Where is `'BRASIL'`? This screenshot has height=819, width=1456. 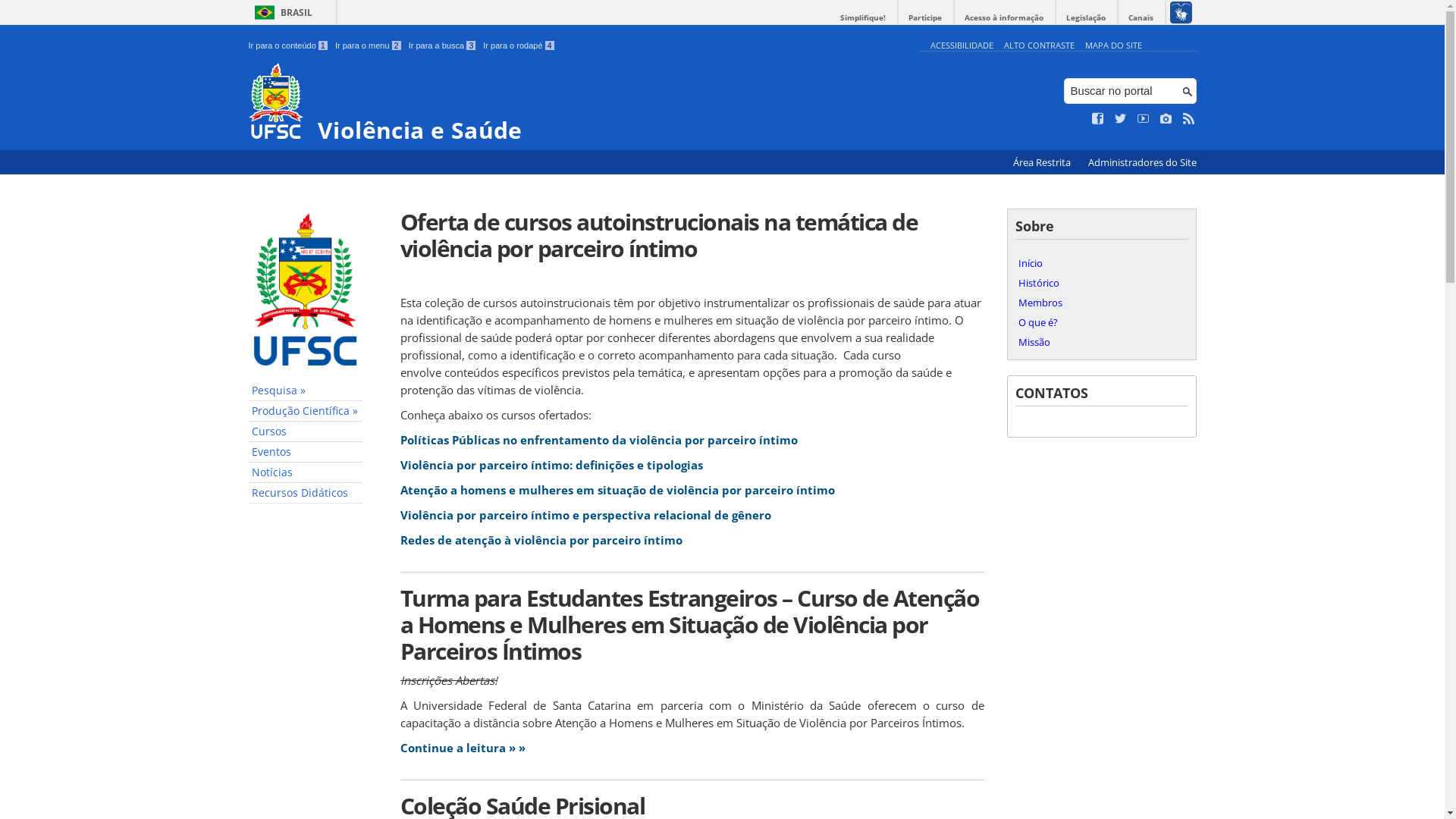 'BRASIL' is located at coordinates (281, 12).